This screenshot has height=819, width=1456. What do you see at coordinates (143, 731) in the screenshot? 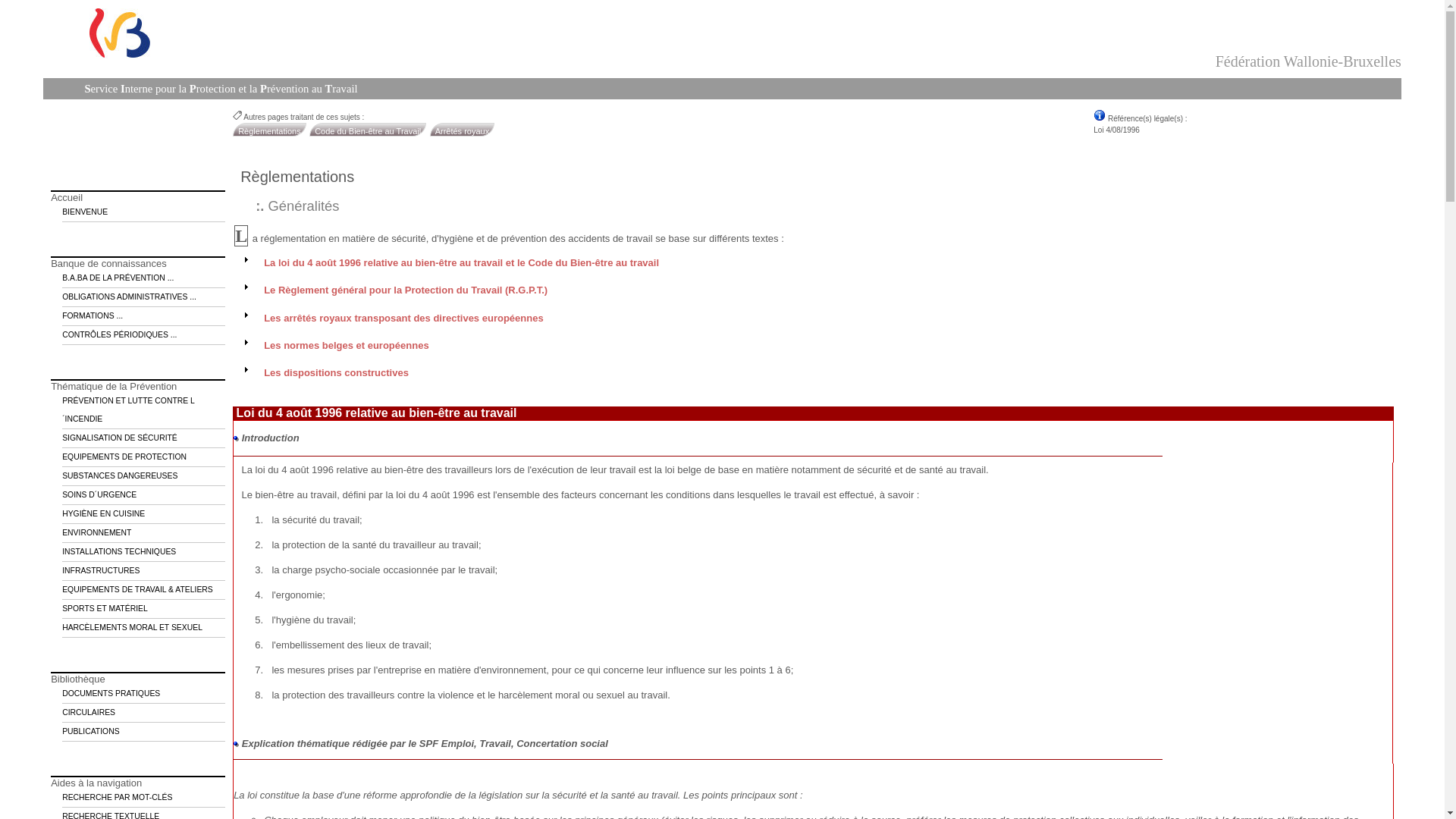
I see `'PUBLICATIONS'` at bounding box center [143, 731].